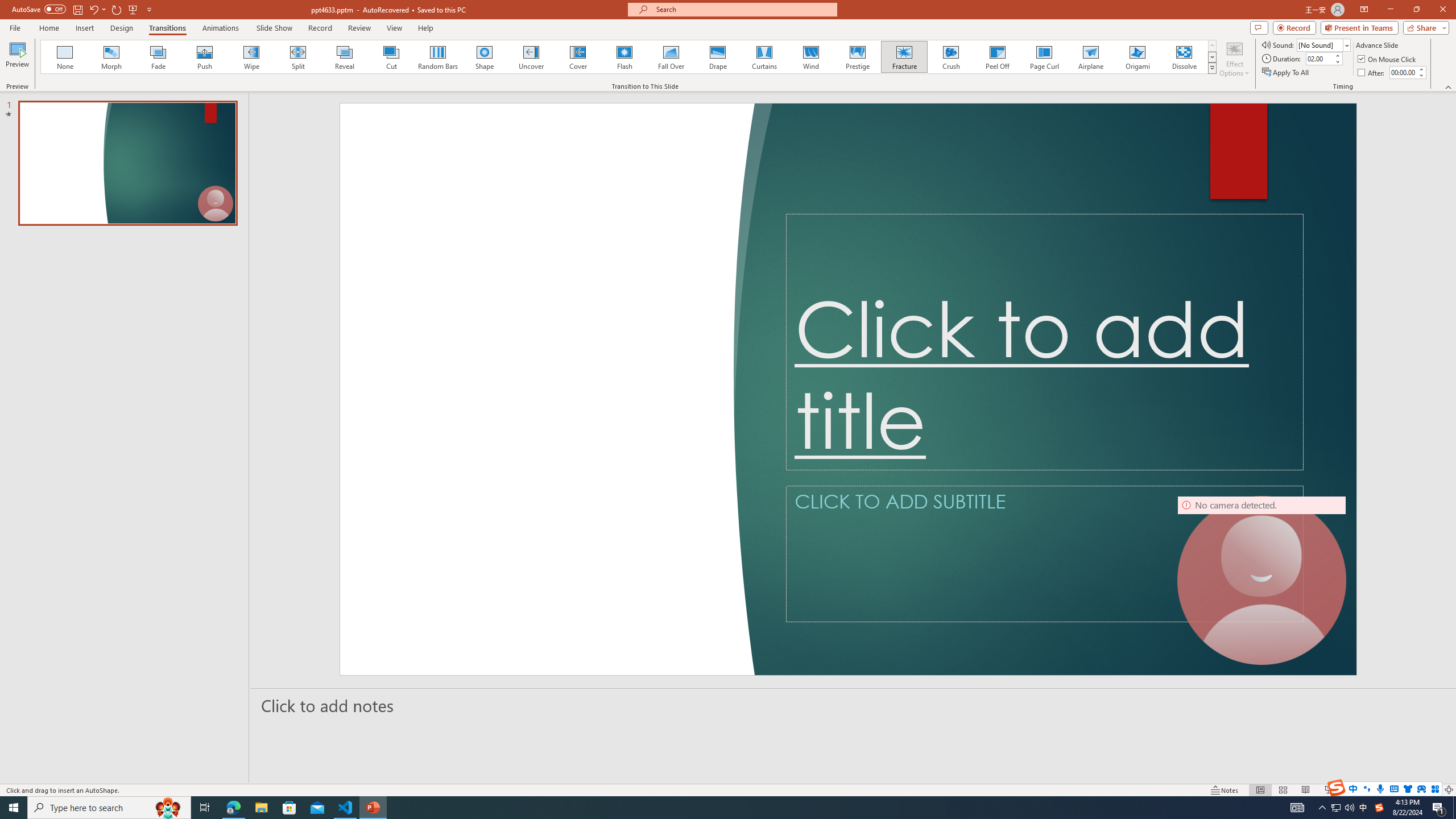 This screenshot has height=819, width=1456. Describe the element at coordinates (764, 56) in the screenshot. I see `'Curtains'` at that location.